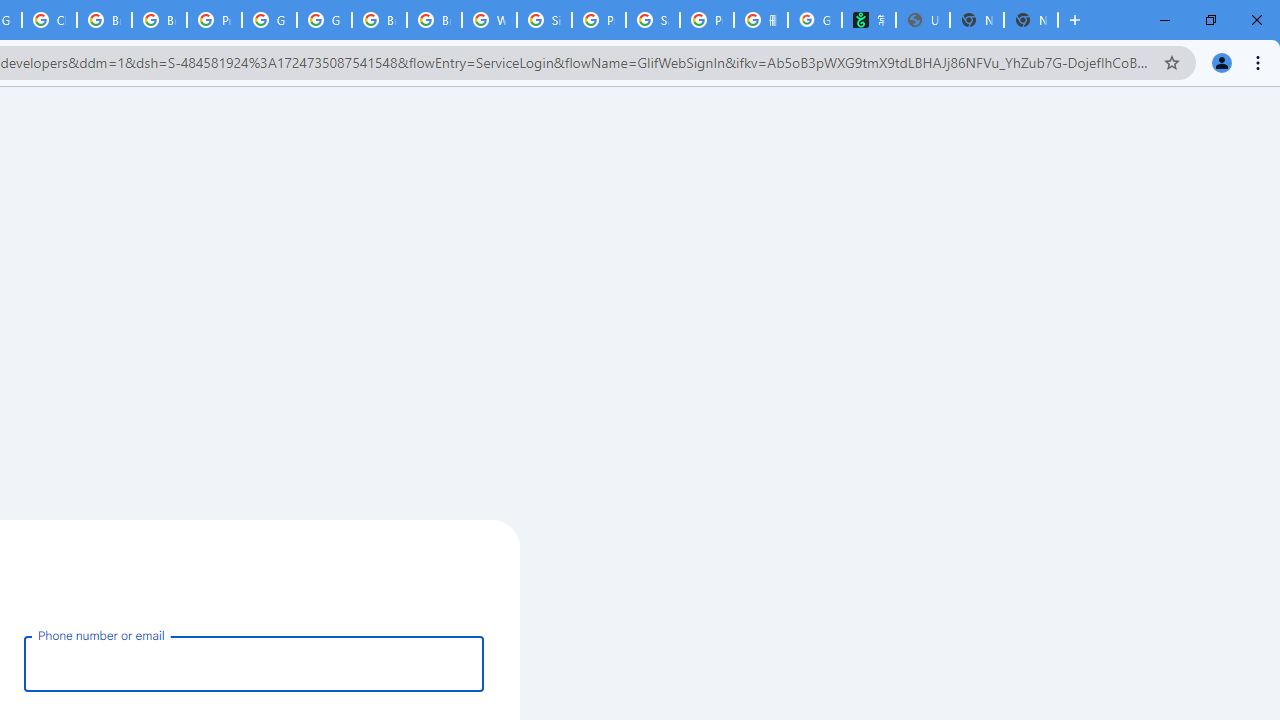  I want to click on 'Google Cloud Platform', so click(268, 20).